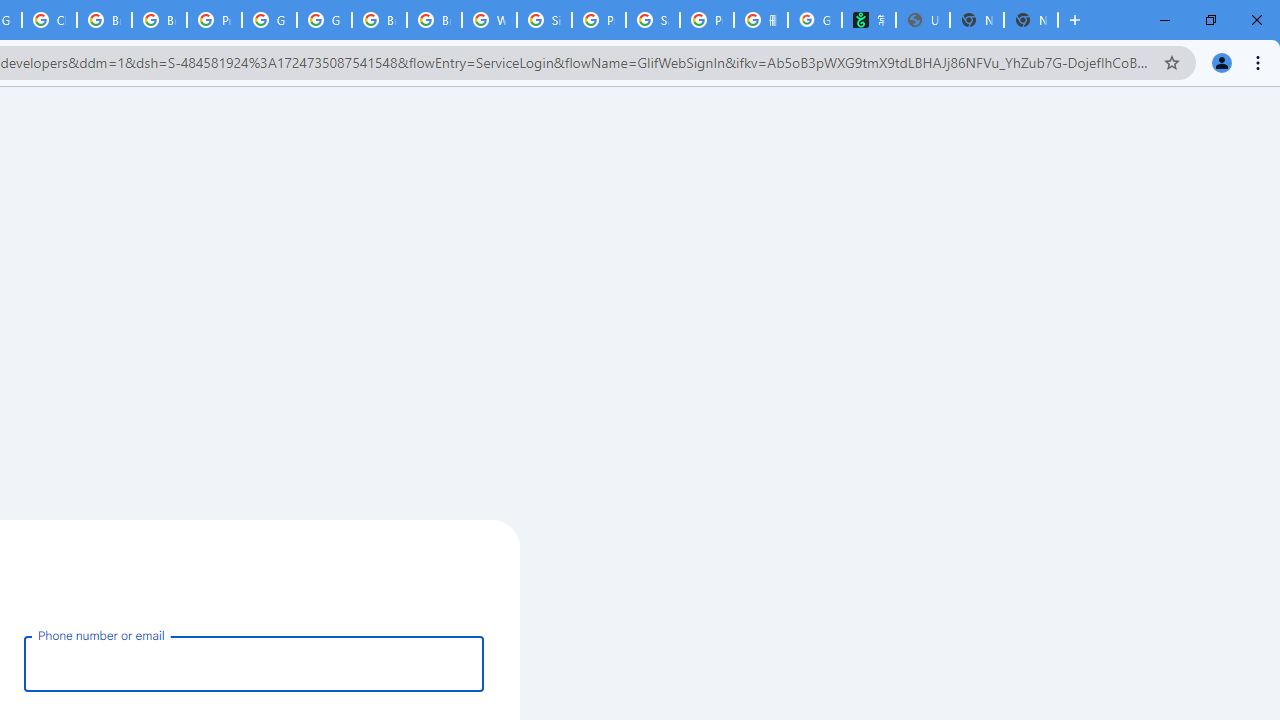  I want to click on 'Google Cloud Platform', so click(268, 20).